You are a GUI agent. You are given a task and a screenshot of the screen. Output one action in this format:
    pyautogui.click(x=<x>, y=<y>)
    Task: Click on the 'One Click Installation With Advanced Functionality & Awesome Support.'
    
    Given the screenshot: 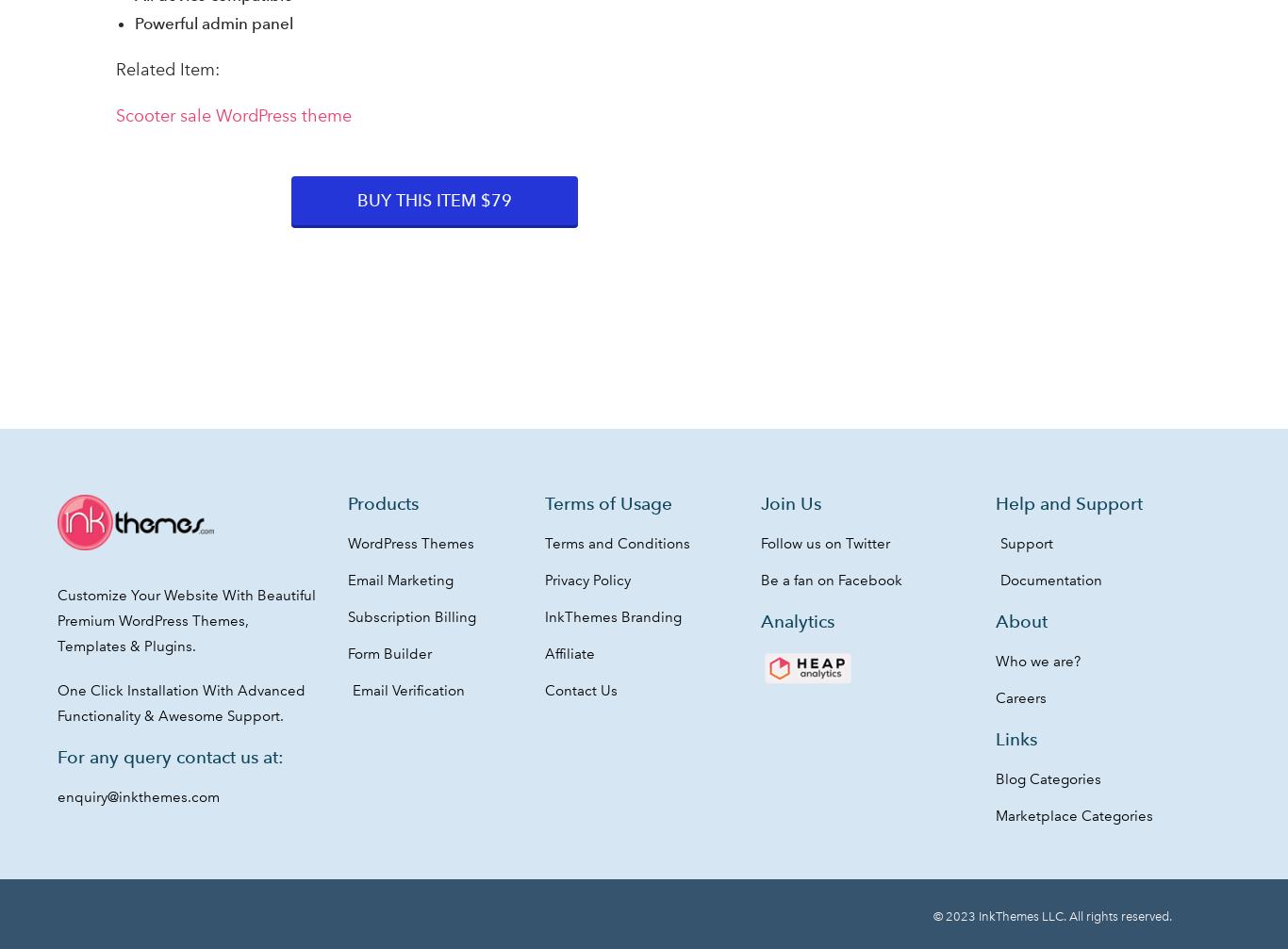 What is the action you would take?
    pyautogui.click(x=179, y=702)
    